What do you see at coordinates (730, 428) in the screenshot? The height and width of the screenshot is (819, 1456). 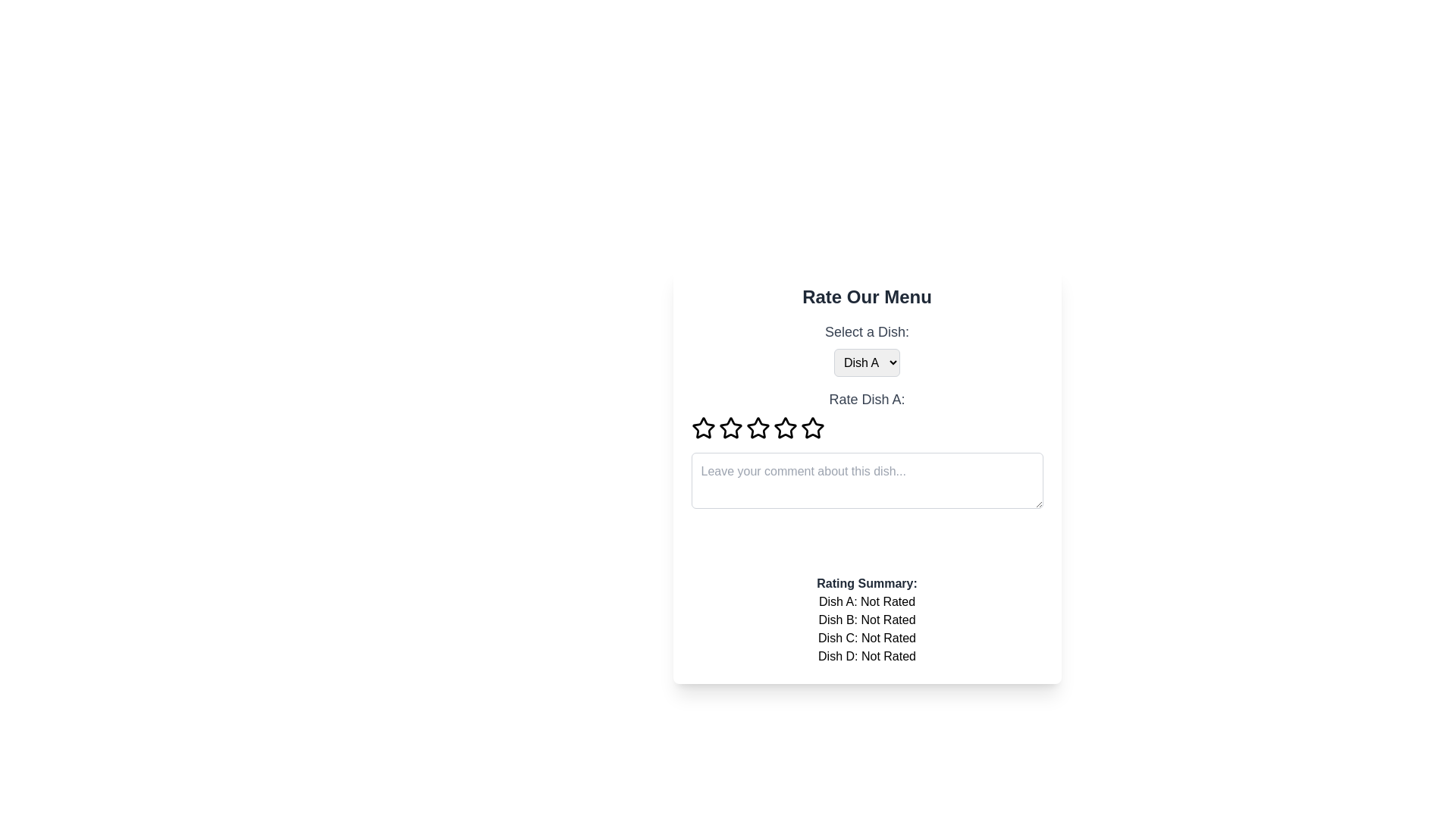 I see `the third star icon in the rating system located in the dialog box titled 'Rate Our Menu'` at bounding box center [730, 428].